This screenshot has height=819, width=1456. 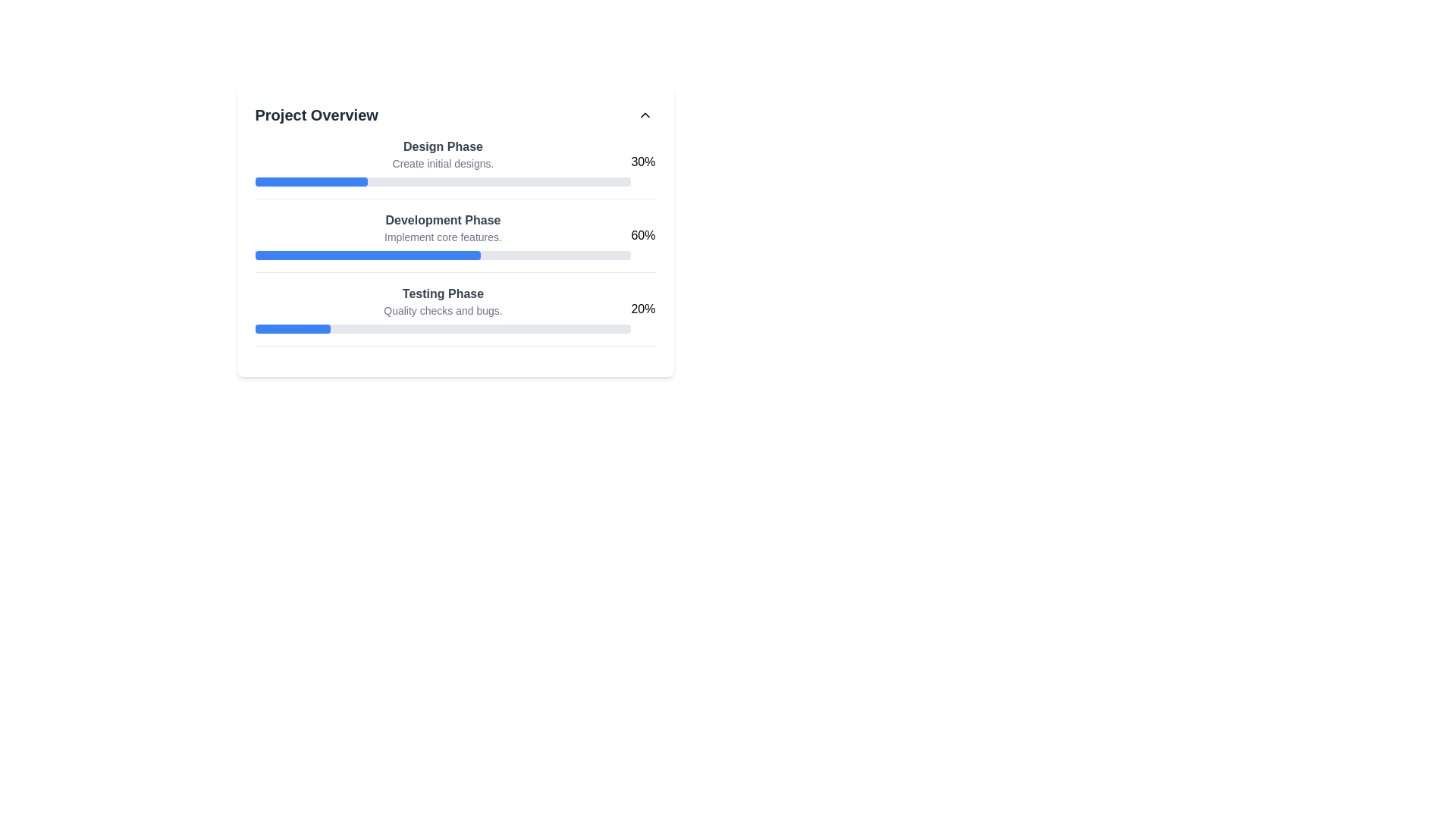 What do you see at coordinates (442, 220) in the screenshot?
I see `the text label displaying 'Development Phase', which is styled in bold gray font and located in the second row under 'Project Overview'` at bounding box center [442, 220].